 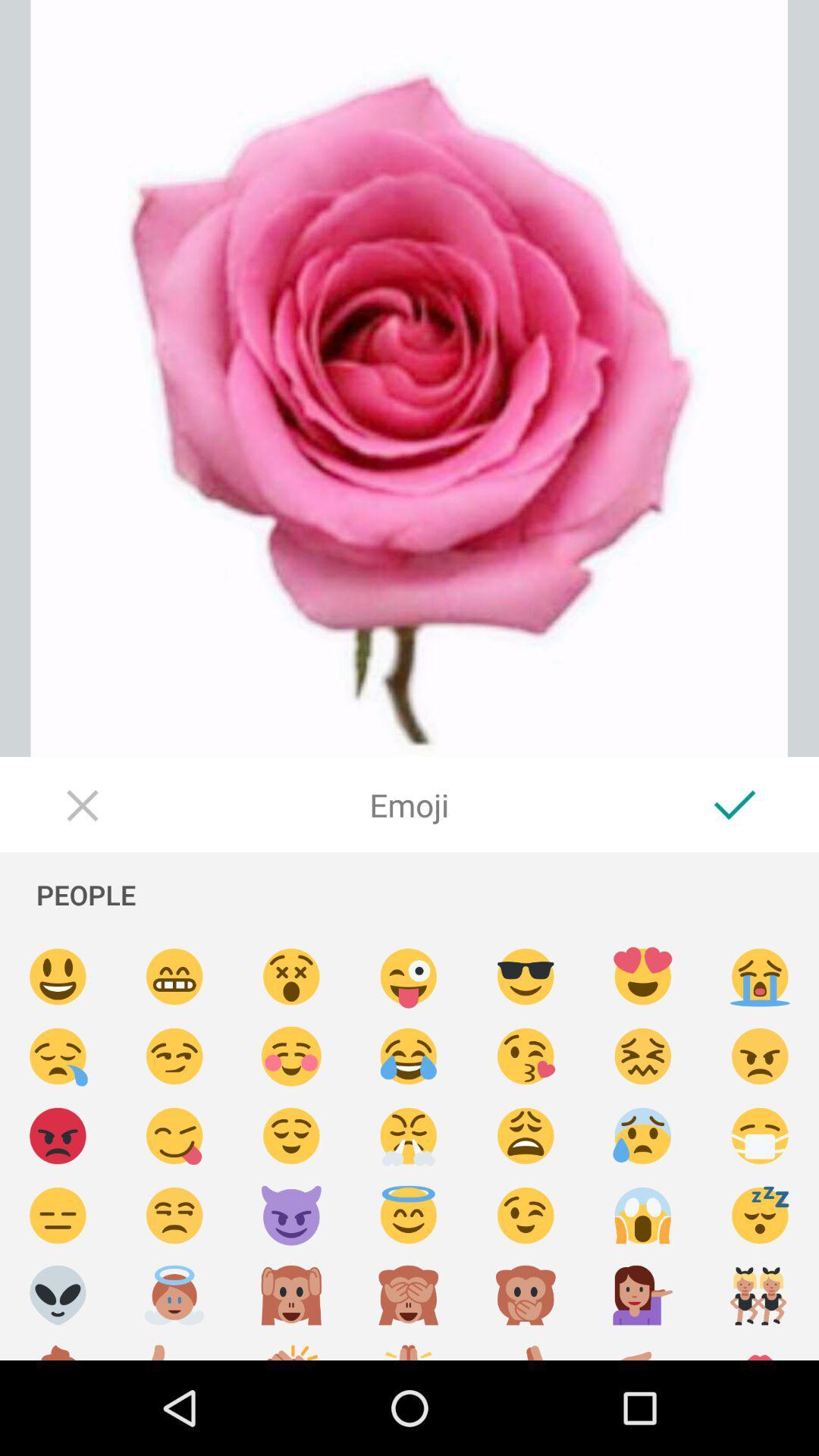 What do you see at coordinates (760, 1216) in the screenshot?
I see `insert sleeping emoji` at bounding box center [760, 1216].